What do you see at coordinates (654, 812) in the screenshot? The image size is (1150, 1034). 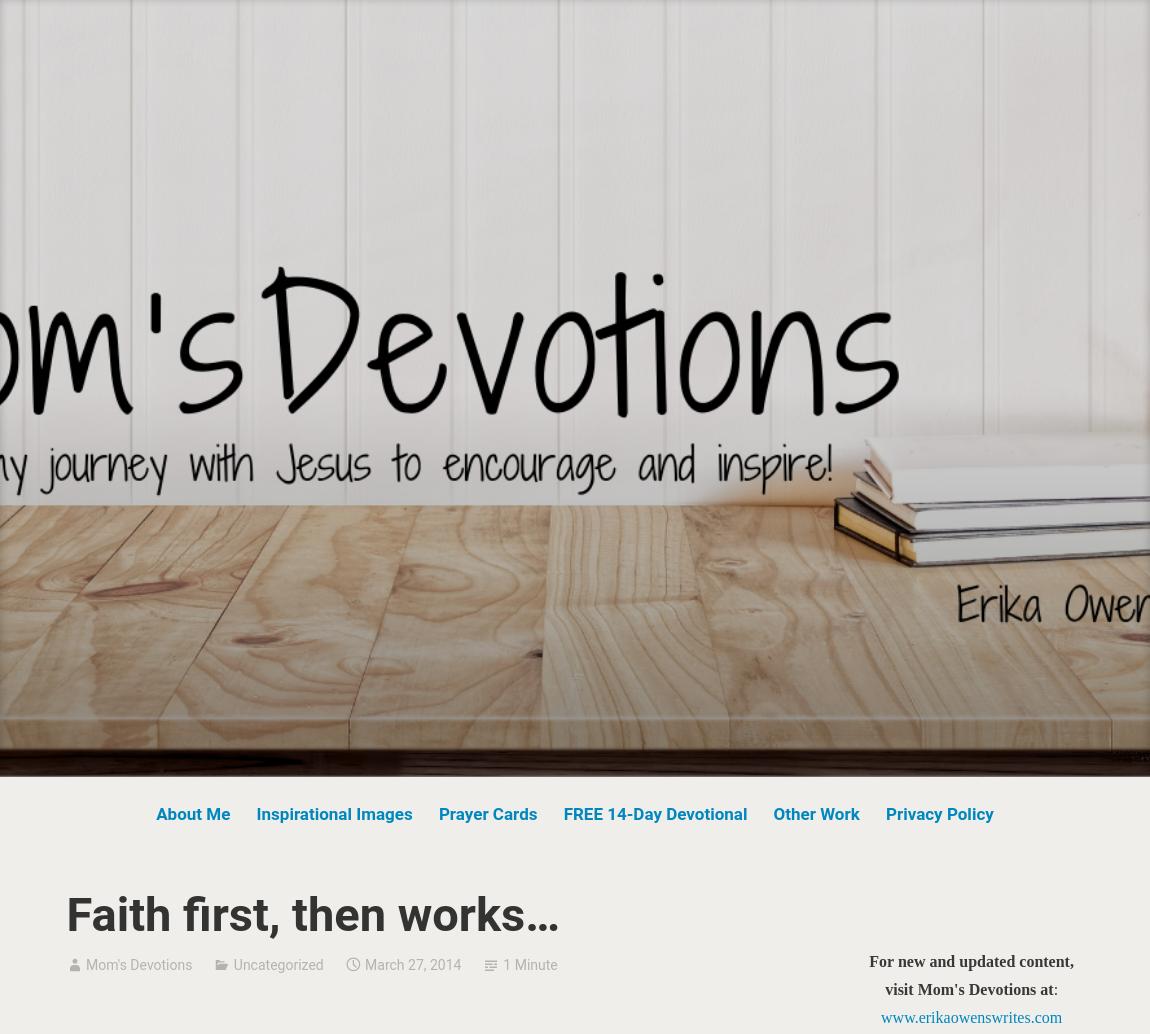 I see `'FREE 14-Day Devotional'` at bounding box center [654, 812].